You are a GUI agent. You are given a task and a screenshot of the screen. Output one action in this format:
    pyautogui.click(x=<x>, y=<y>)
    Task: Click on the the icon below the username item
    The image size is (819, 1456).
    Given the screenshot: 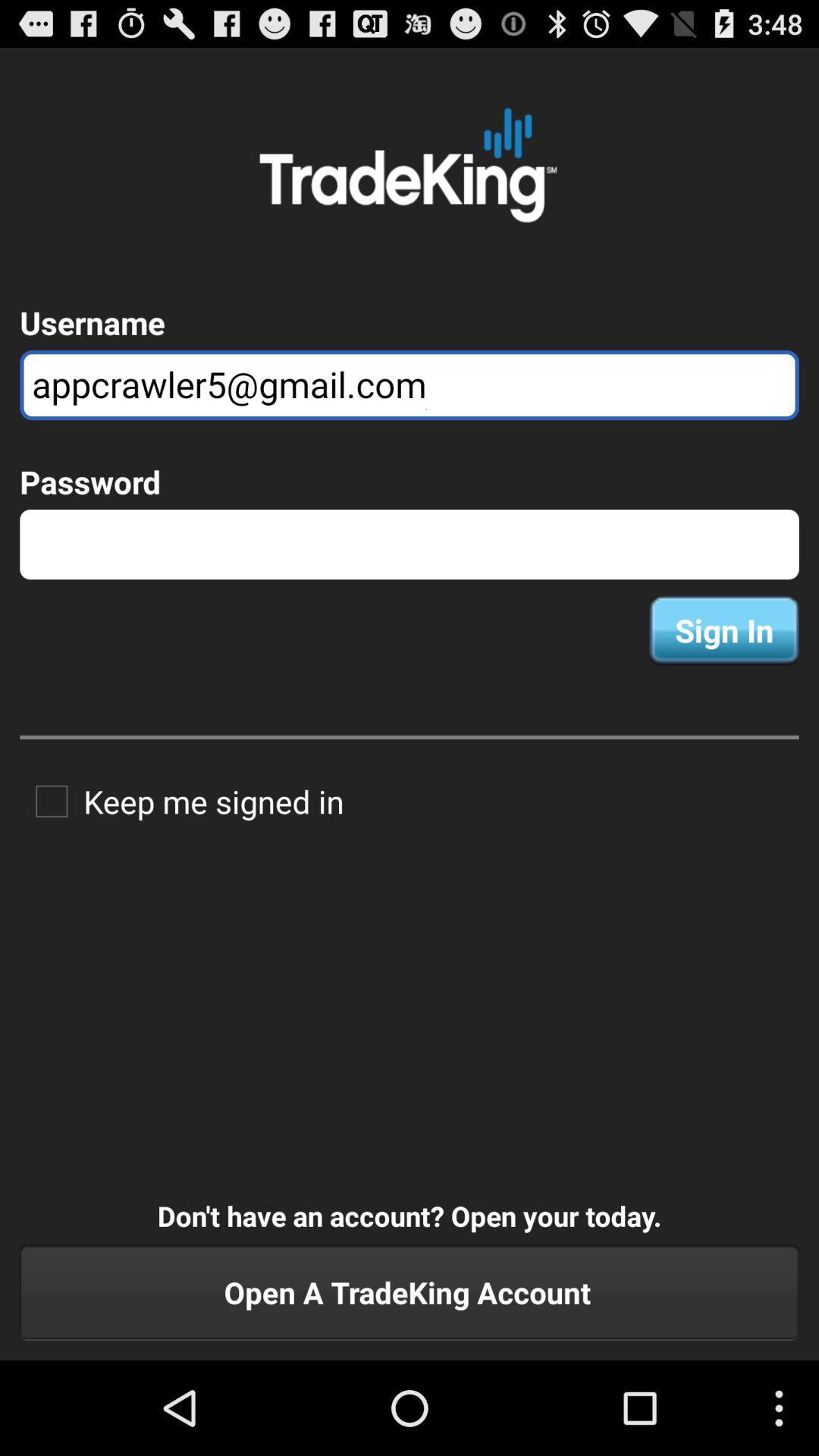 What is the action you would take?
    pyautogui.click(x=409, y=385)
    